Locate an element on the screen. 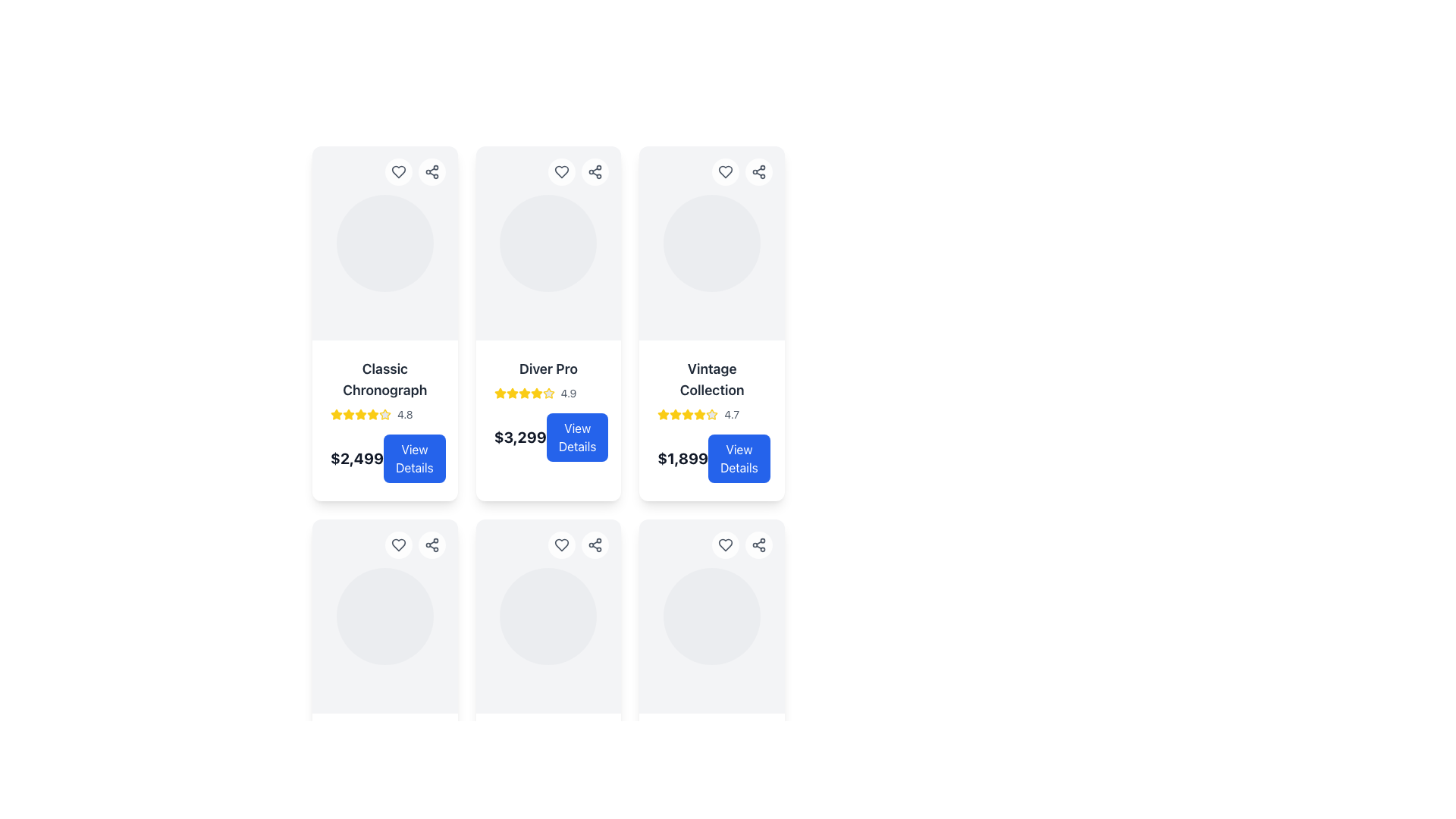 This screenshot has height=819, width=1456. the button that displays additional details about the product 'Diver Pro' located in the middle product card of the grid layout, below the product title and rating section to observe the hover effect is located at coordinates (548, 438).